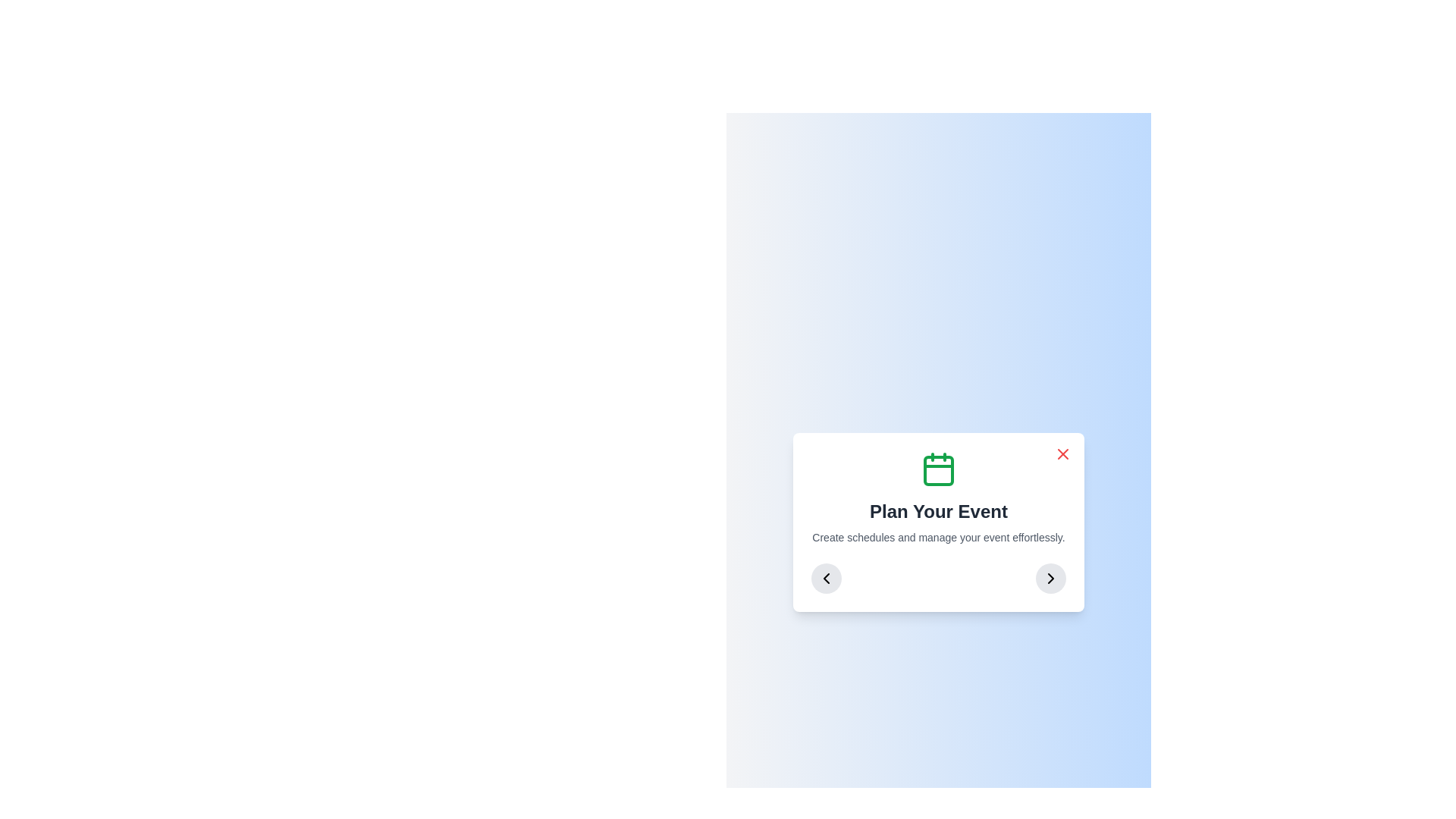 This screenshot has width=1456, height=819. I want to click on the left-pointing chevron icon within the circular button located near the bottom left corner of the white card layout, so click(825, 579).